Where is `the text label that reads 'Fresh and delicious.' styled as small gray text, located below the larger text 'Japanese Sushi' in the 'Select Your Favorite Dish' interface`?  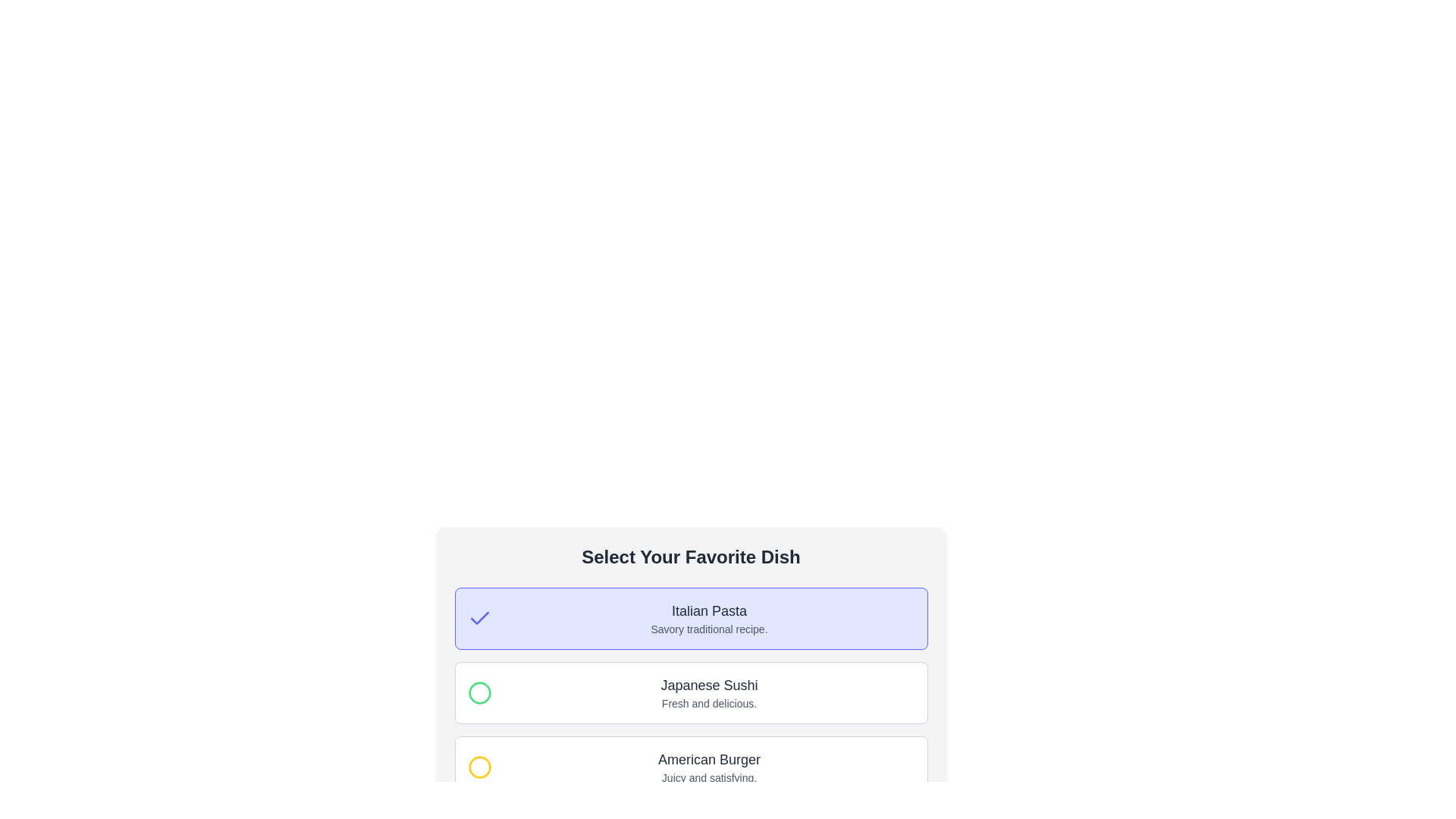 the text label that reads 'Fresh and delicious.' styled as small gray text, located below the larger text 'Japanese Sushi' in the 'Select Your Favorite Dish' interface is located at coordinates (708, 704).